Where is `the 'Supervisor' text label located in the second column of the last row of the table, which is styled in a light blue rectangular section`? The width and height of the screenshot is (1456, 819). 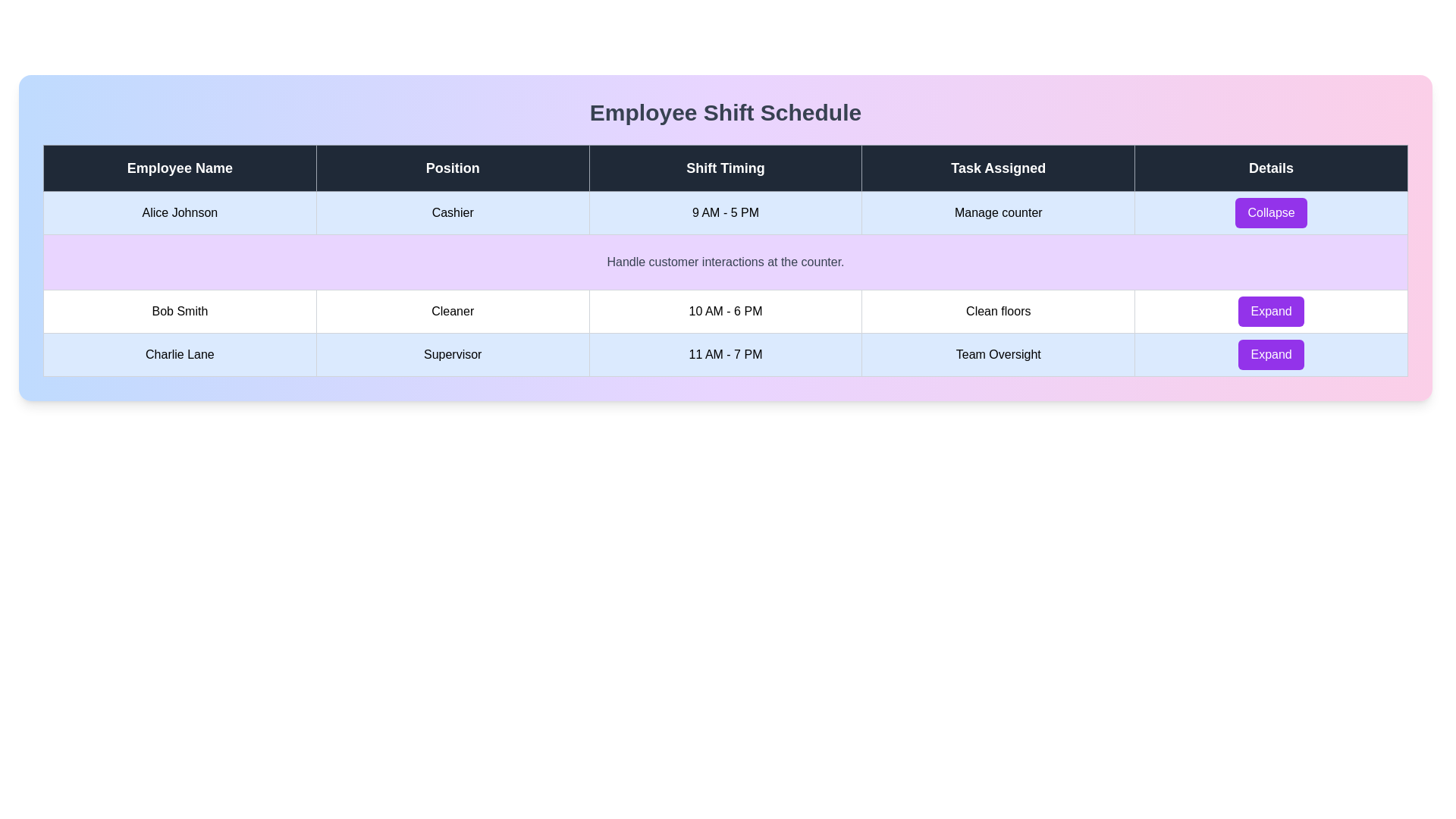 the 'Supervisor' text label located in the second column of the last row of the table, which is styled in a light blue rectangular section is located at coordinates (452, 354).